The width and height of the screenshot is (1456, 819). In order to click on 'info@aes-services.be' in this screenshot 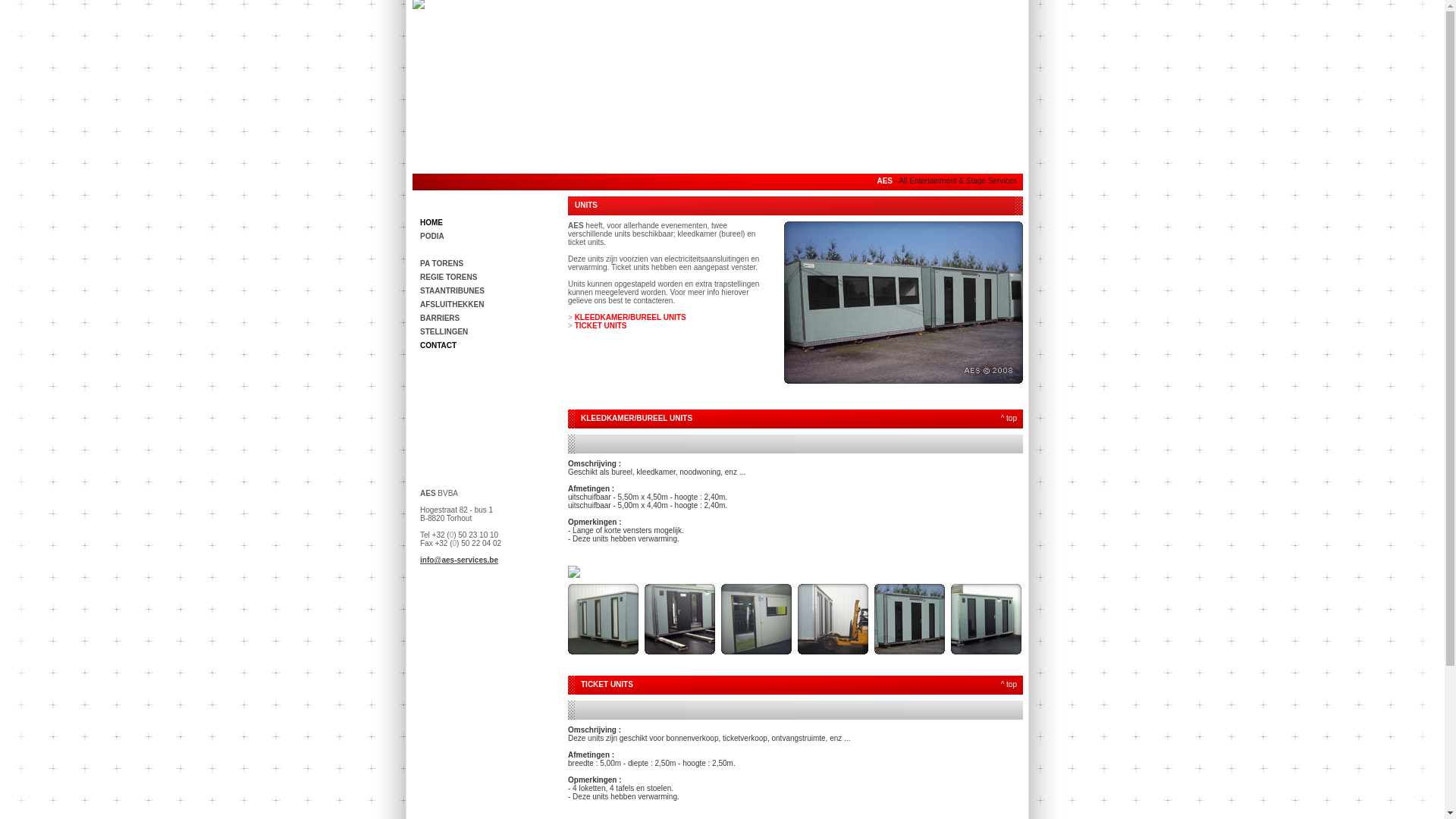, I will do `click(458, 560)`.